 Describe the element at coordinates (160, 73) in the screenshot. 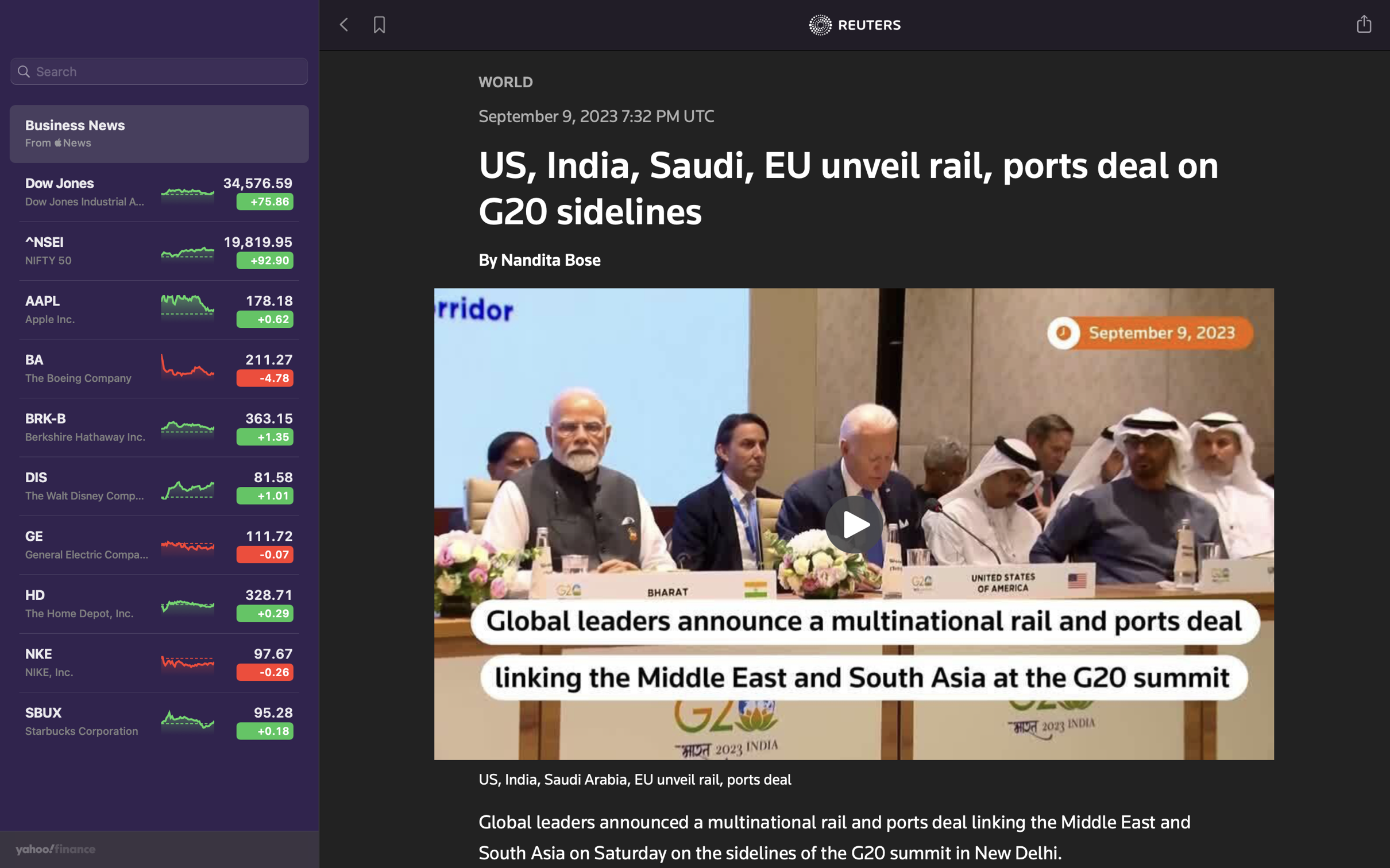

I see `recent news about Dow Jones` at that location.